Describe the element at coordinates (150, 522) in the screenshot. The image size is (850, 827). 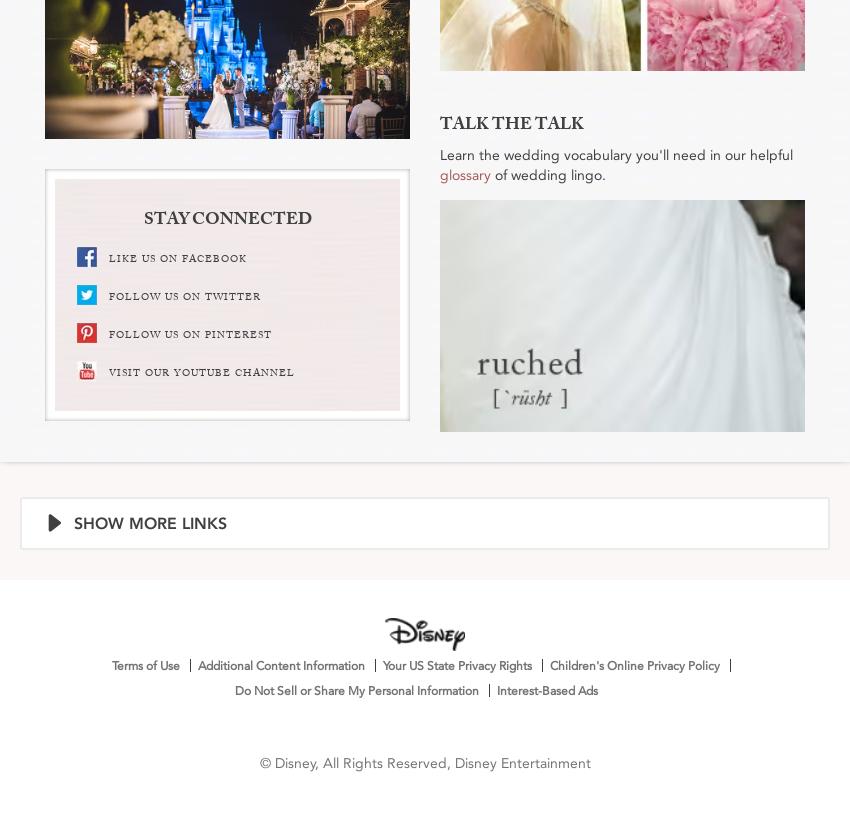
I see `'show more links'` at that location.